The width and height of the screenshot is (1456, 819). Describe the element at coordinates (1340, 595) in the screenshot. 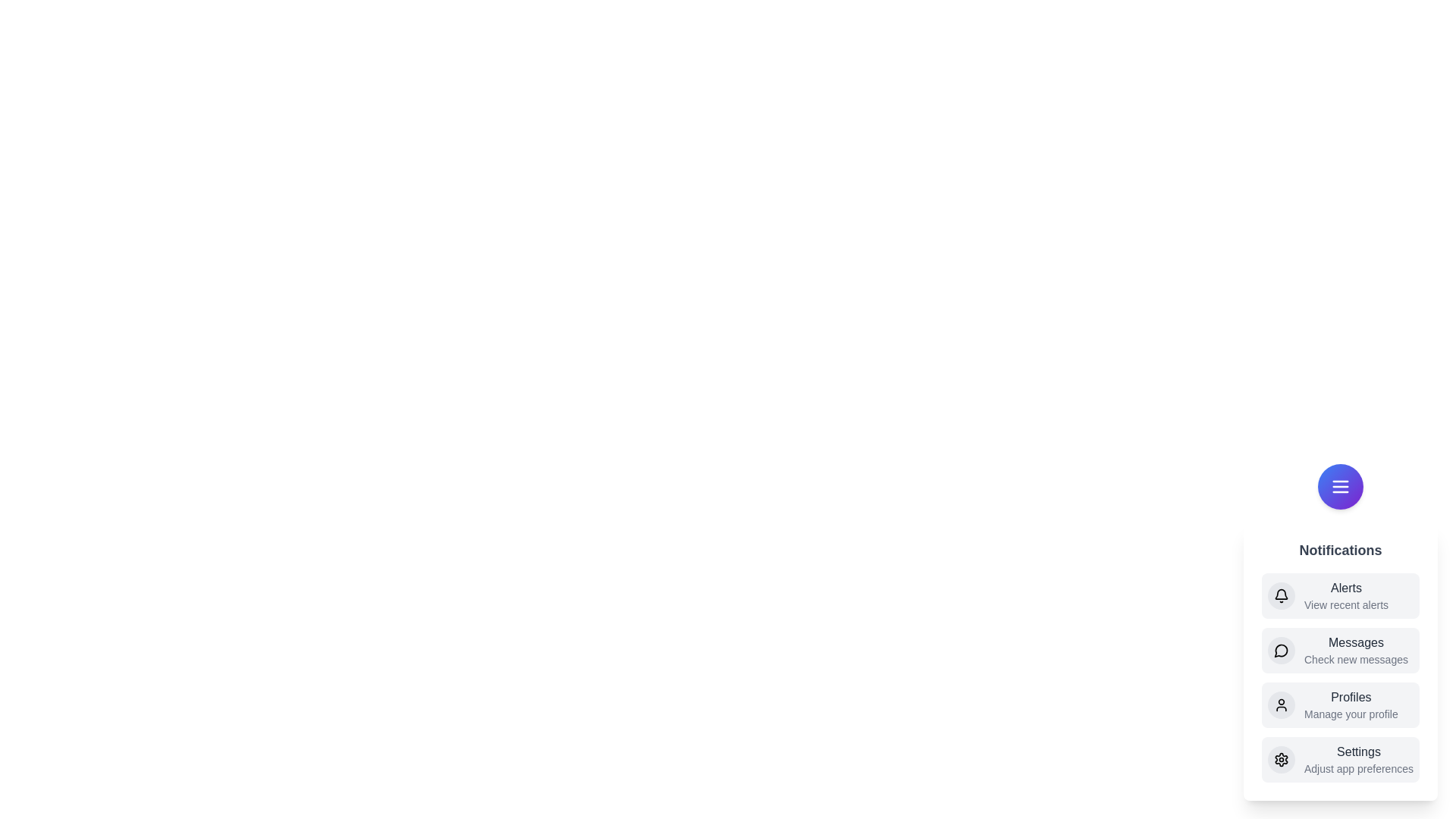

I see `the Alerts from the menu` at that location.